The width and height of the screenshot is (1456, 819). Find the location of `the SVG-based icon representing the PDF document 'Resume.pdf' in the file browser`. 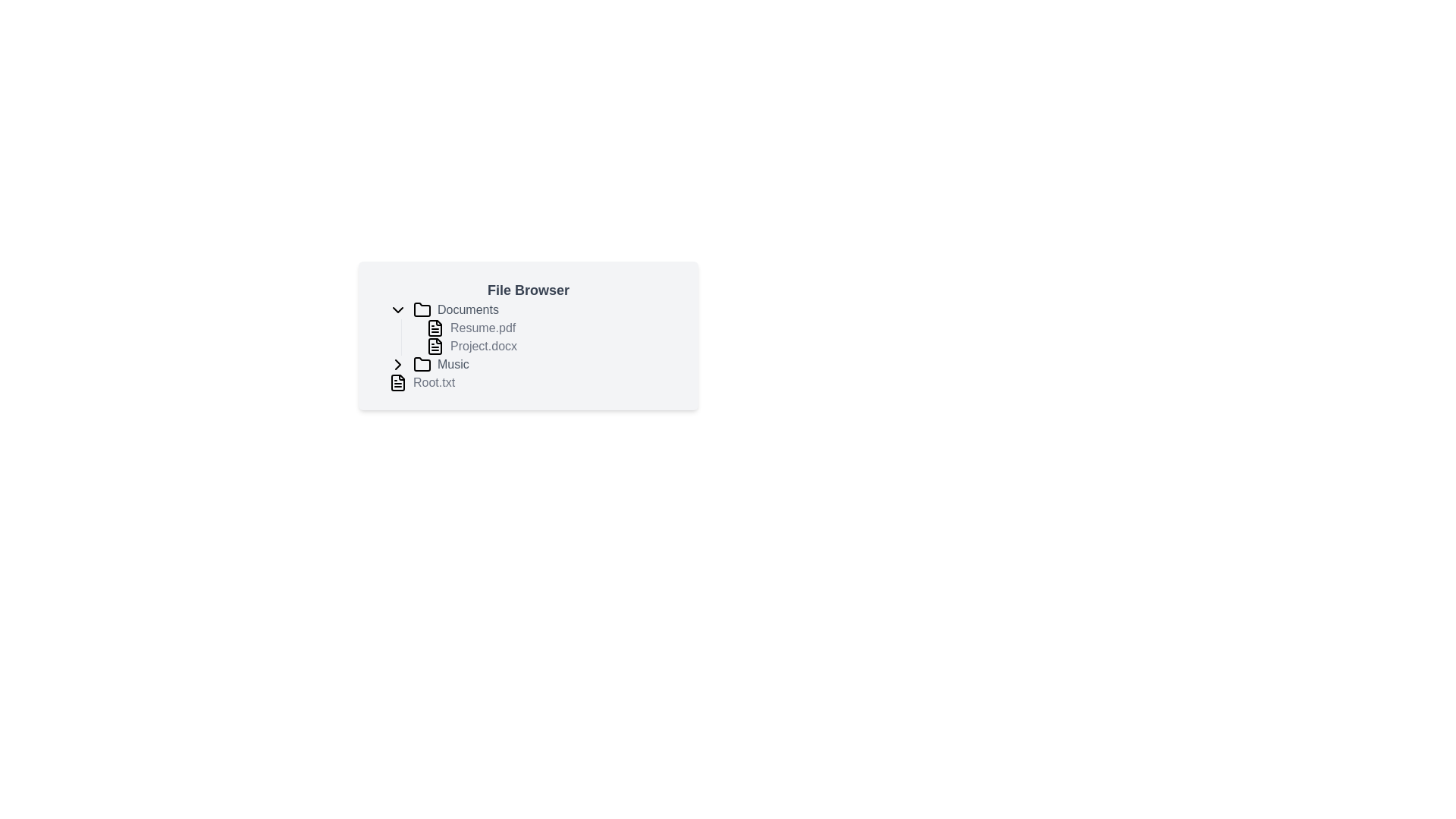

the SVG-based icon representing the PDF document 'Resume.pdf' in the file browser is located at coordinates (435, 327).